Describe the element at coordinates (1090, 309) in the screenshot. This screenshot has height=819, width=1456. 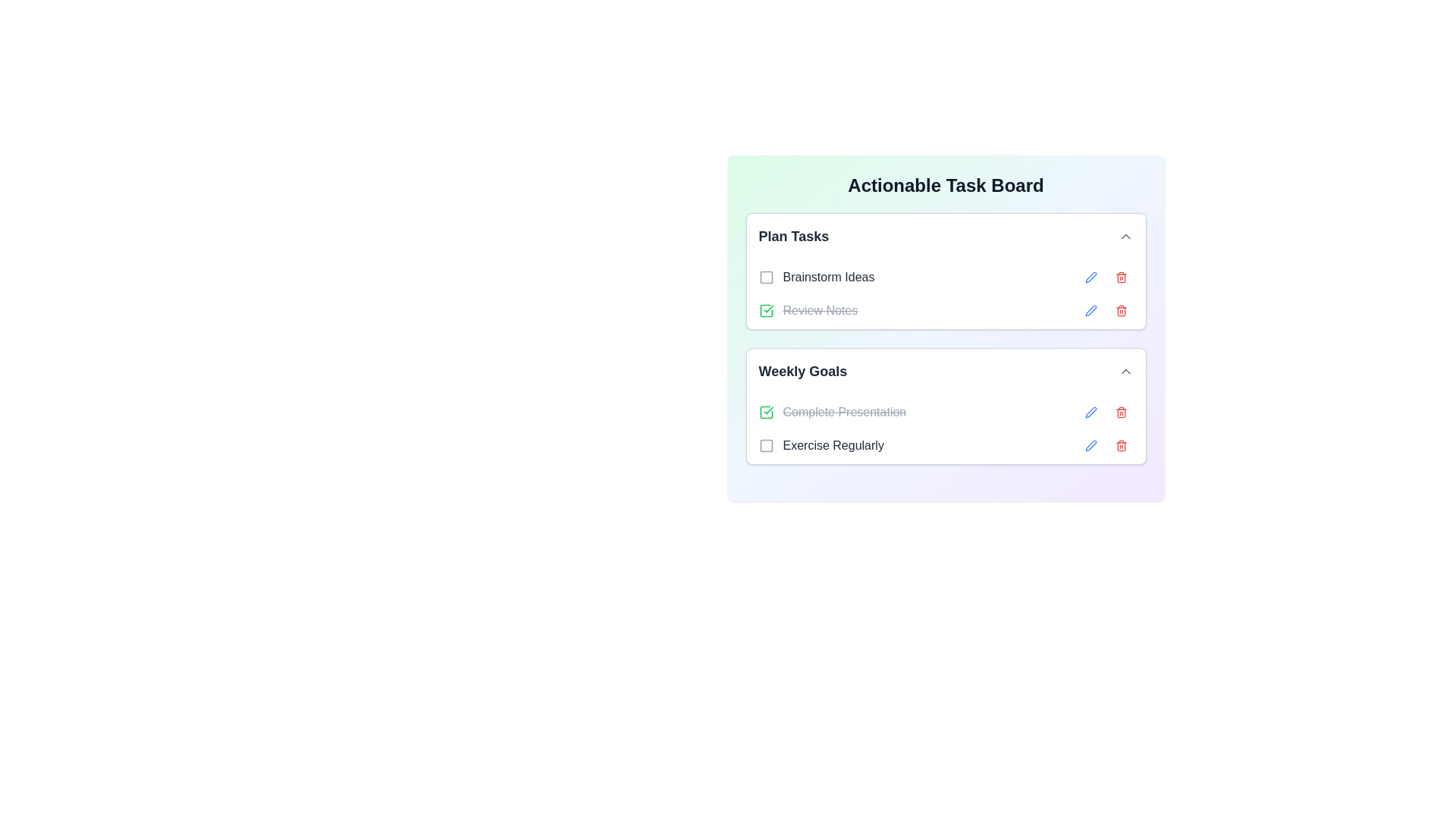
I see `the circular blue button with a pen icon in the center` at that location.